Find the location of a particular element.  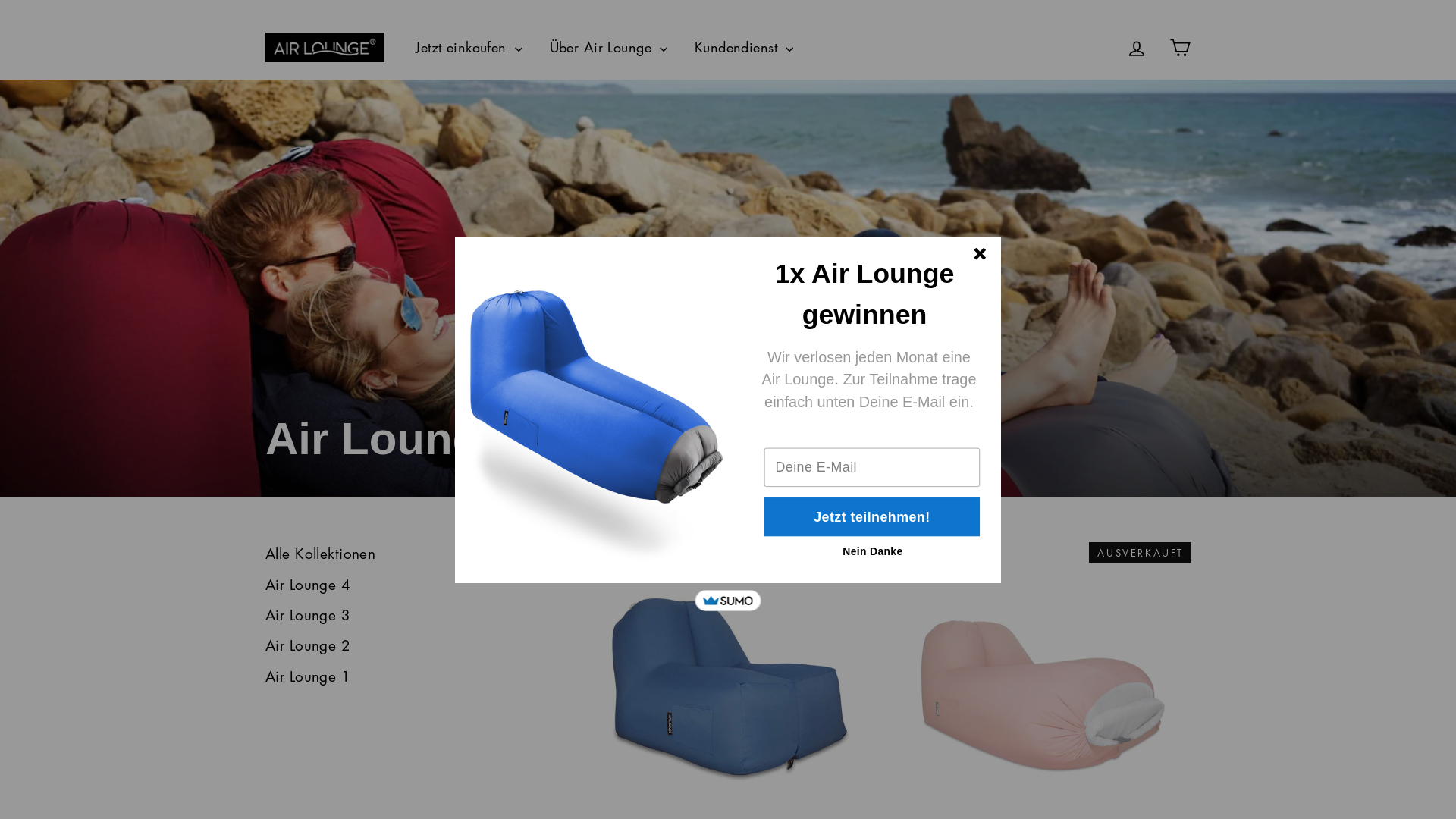

'Kundendienst' is located at coordinates (682, 46).